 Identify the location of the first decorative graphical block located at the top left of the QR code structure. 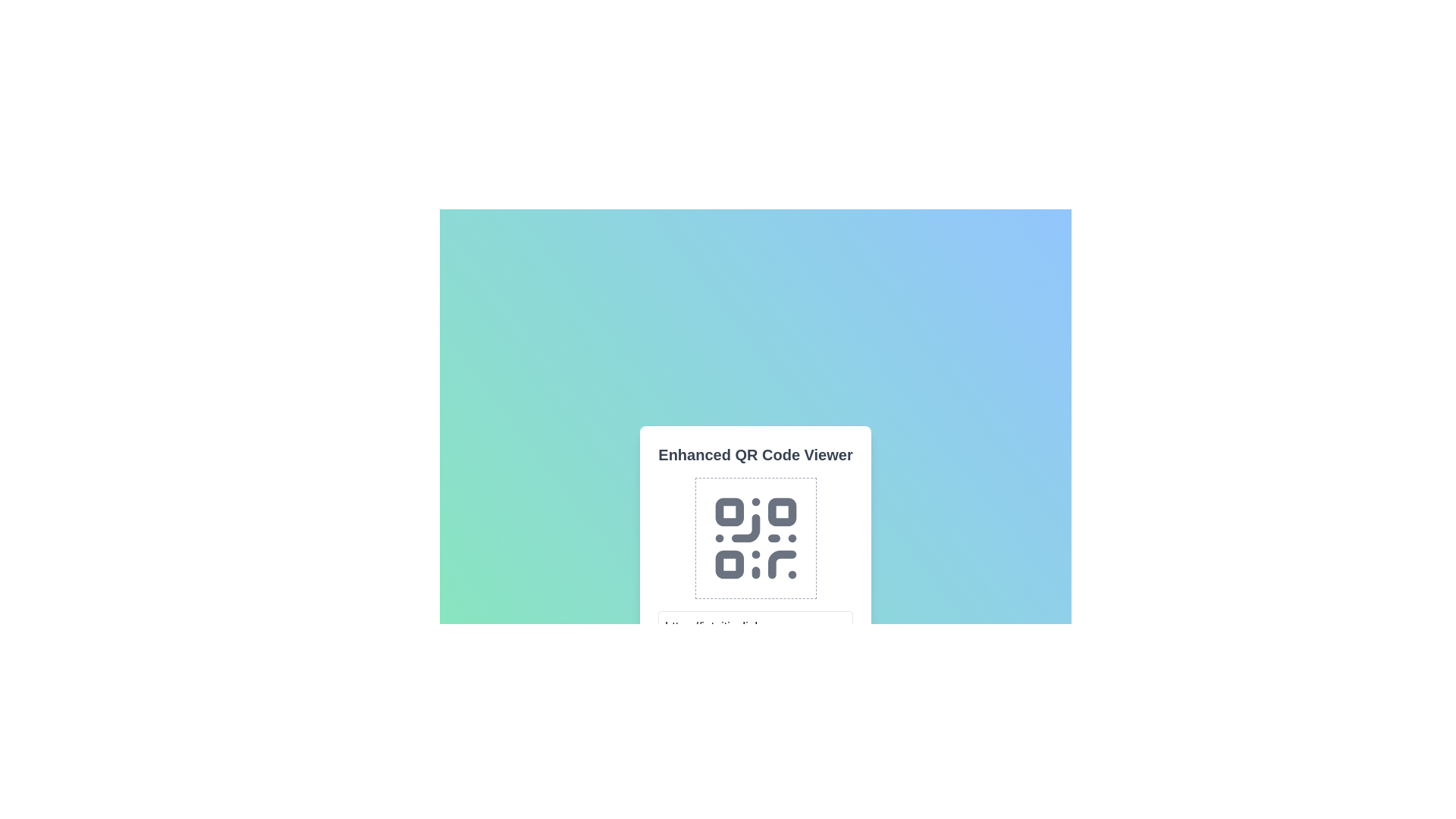
(729, 512).